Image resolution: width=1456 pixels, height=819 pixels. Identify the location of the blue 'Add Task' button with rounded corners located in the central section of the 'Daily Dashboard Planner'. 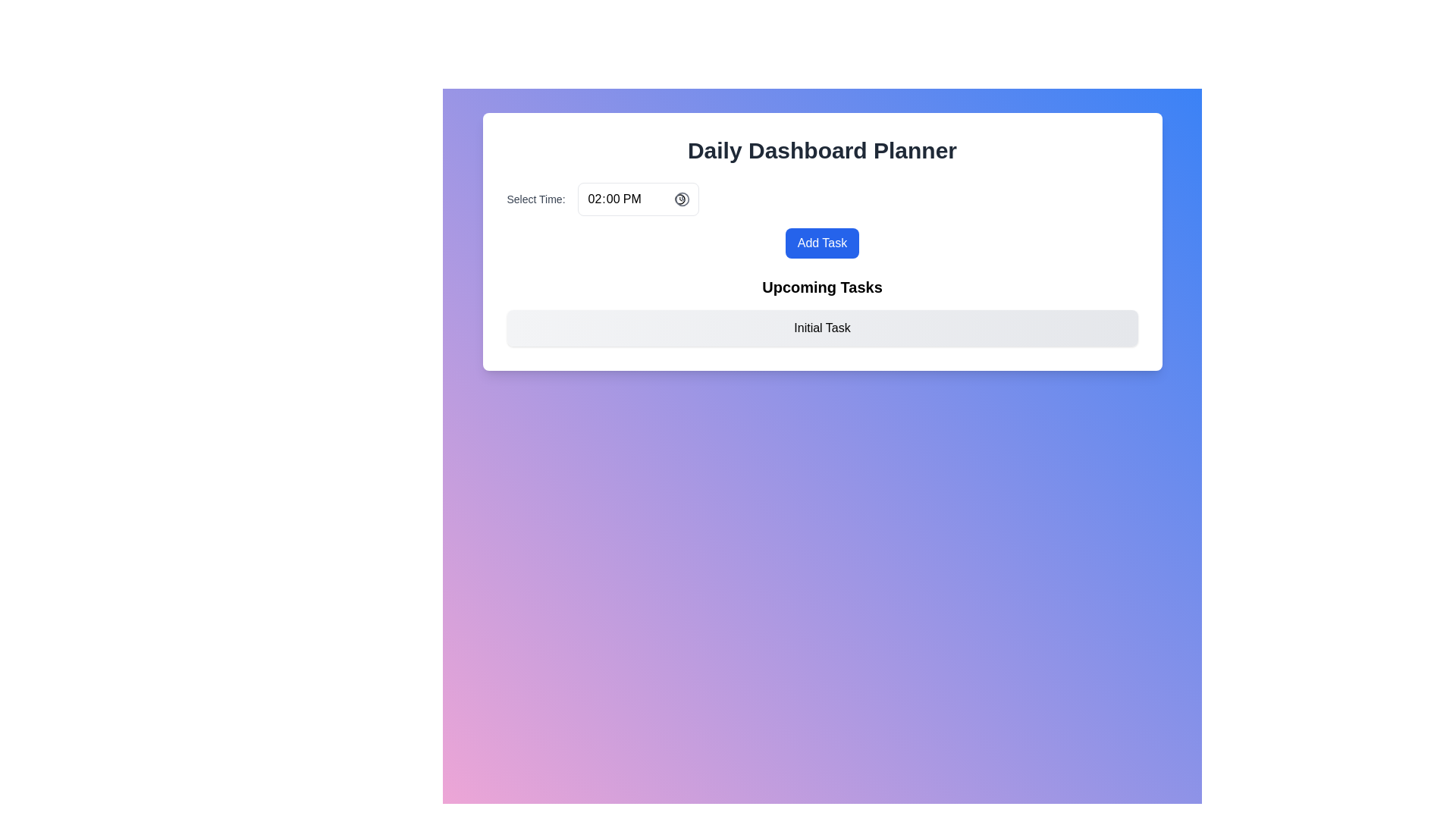
(821, 242).